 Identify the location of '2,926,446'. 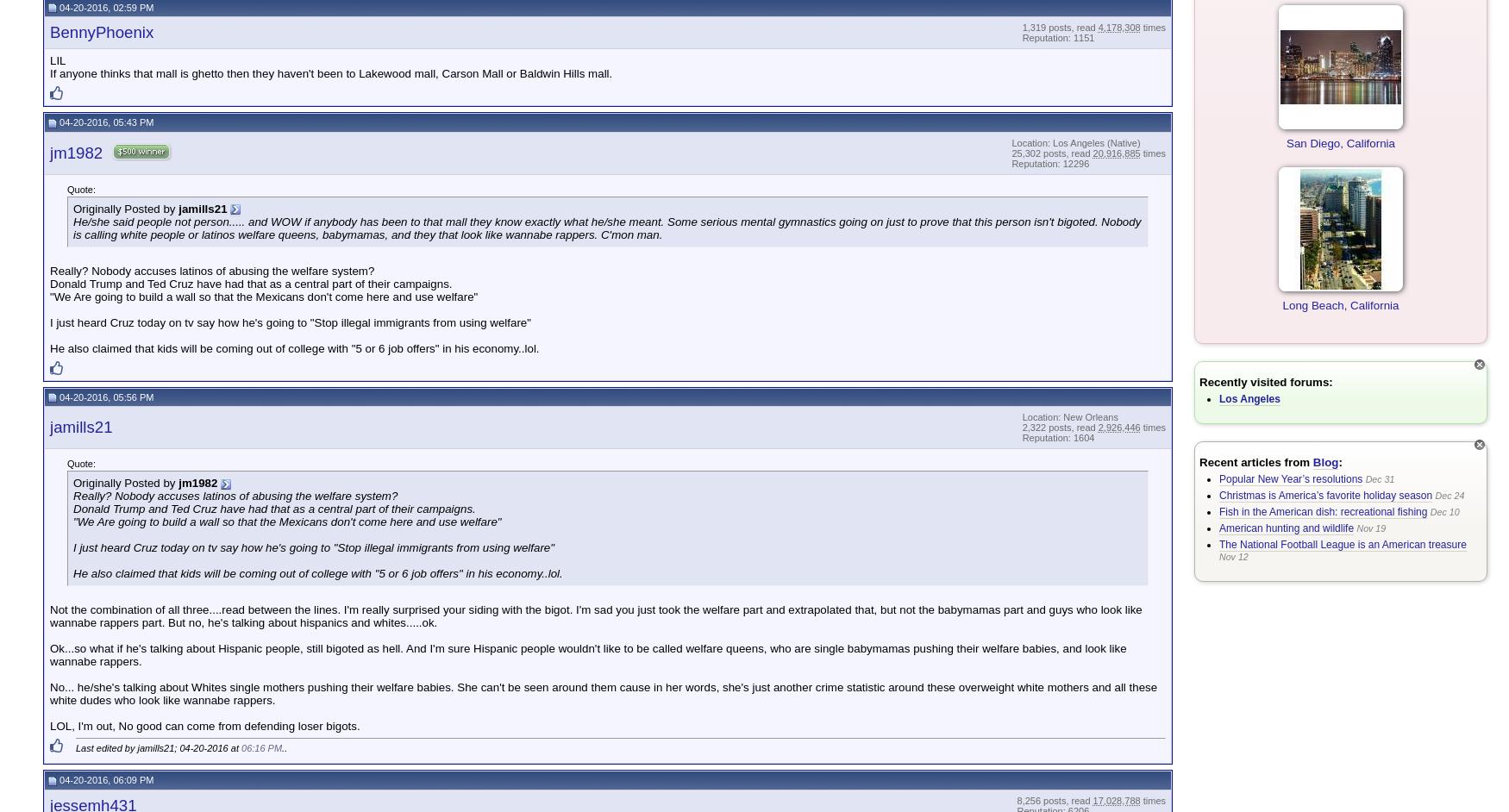
(1118, 427).